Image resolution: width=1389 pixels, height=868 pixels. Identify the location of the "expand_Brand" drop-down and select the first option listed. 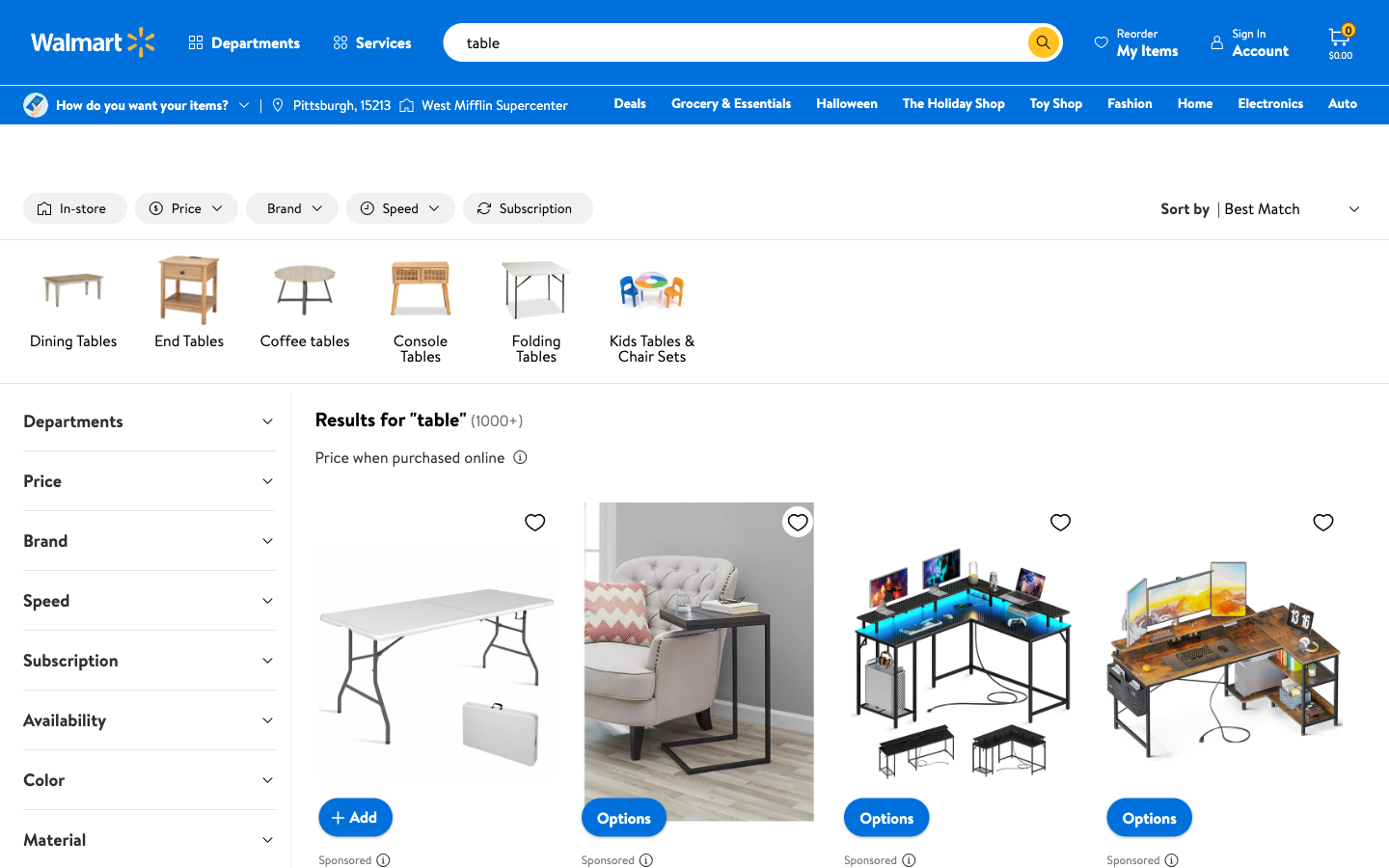
(148, 539).